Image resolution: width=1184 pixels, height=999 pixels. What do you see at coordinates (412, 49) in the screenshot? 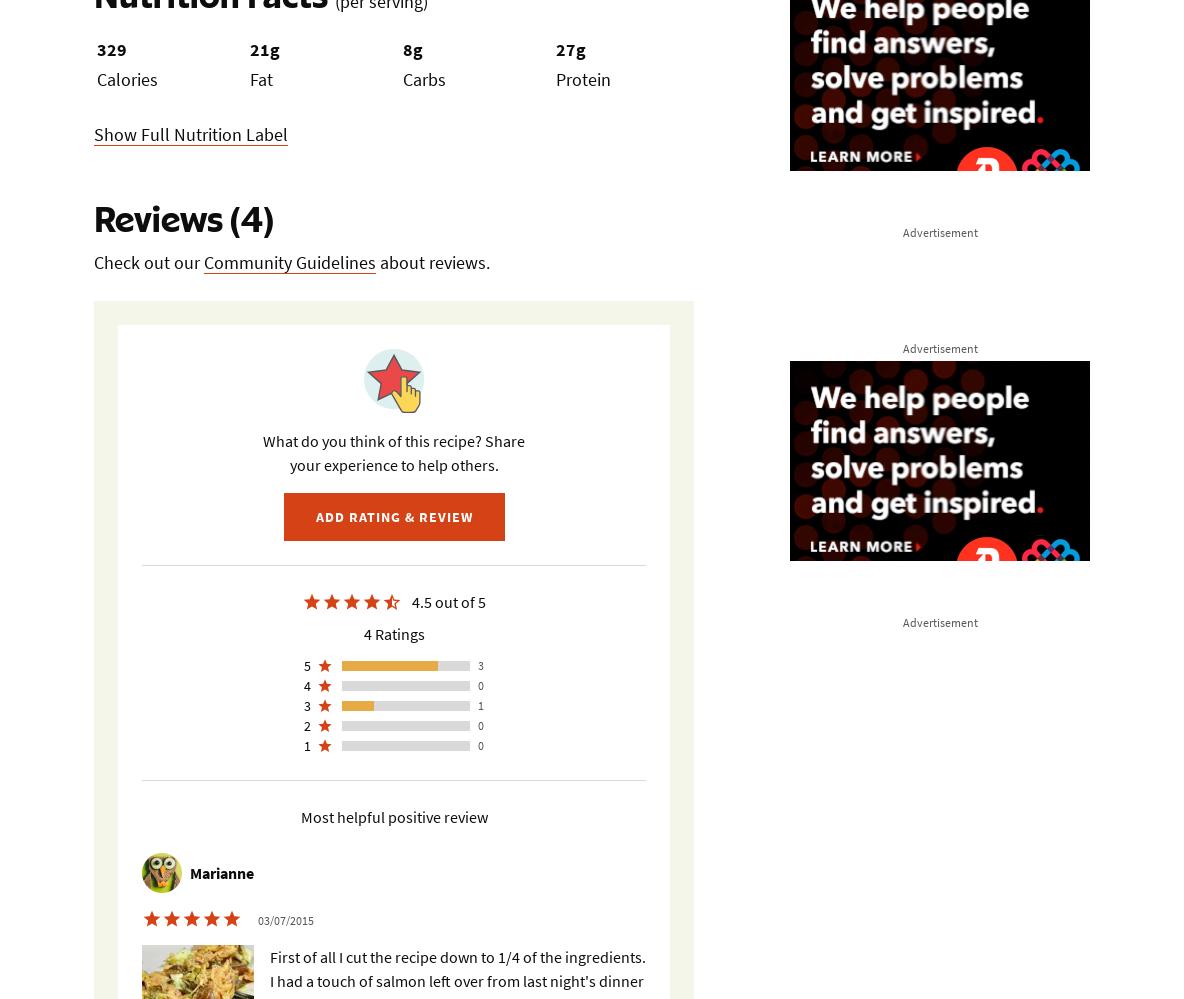
I see `'8g'` at bounding box center [412, 49].